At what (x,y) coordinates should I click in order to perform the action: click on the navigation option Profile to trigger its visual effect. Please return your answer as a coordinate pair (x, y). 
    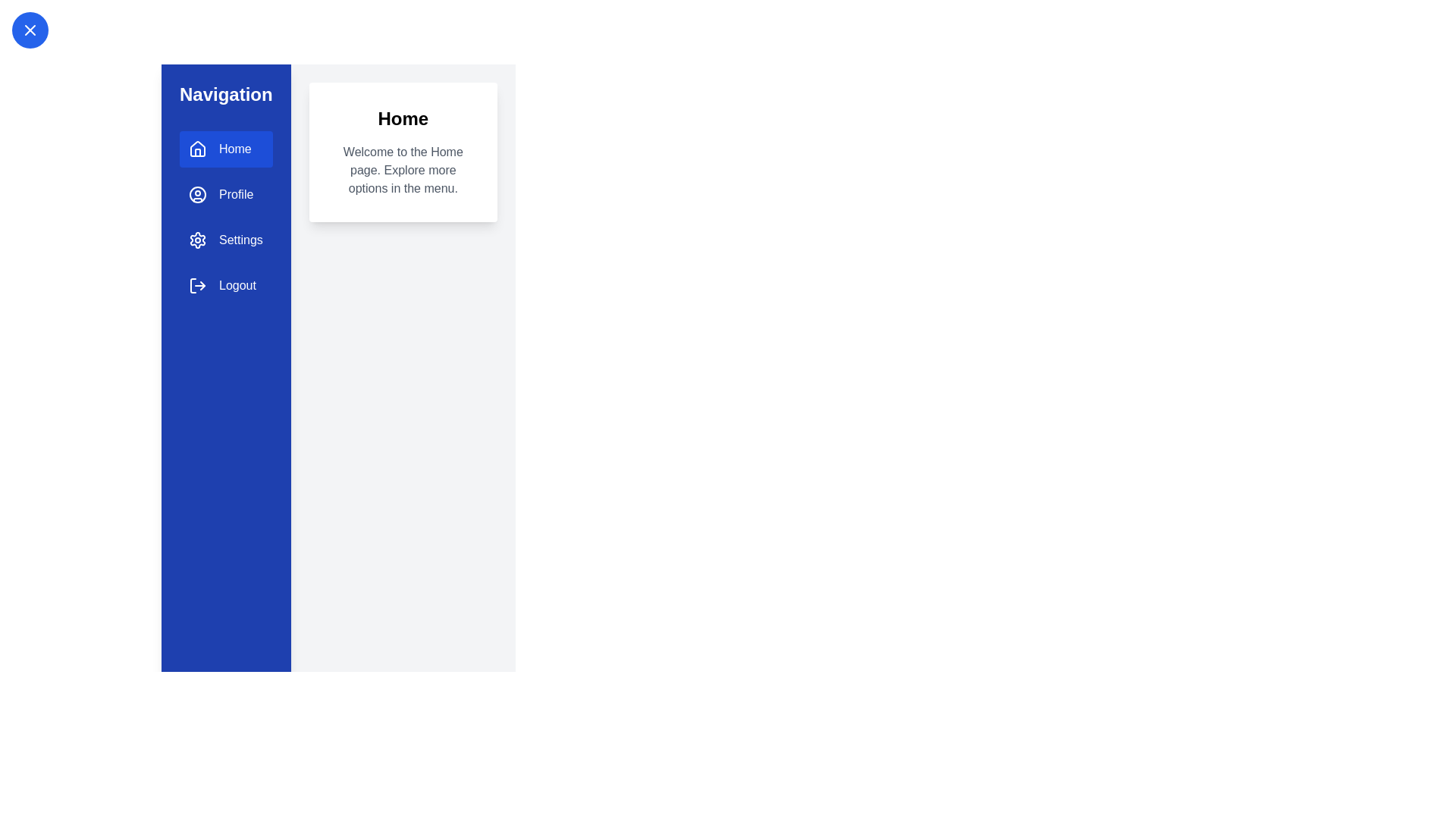
    Looking at the image, I should click on (224, 194).